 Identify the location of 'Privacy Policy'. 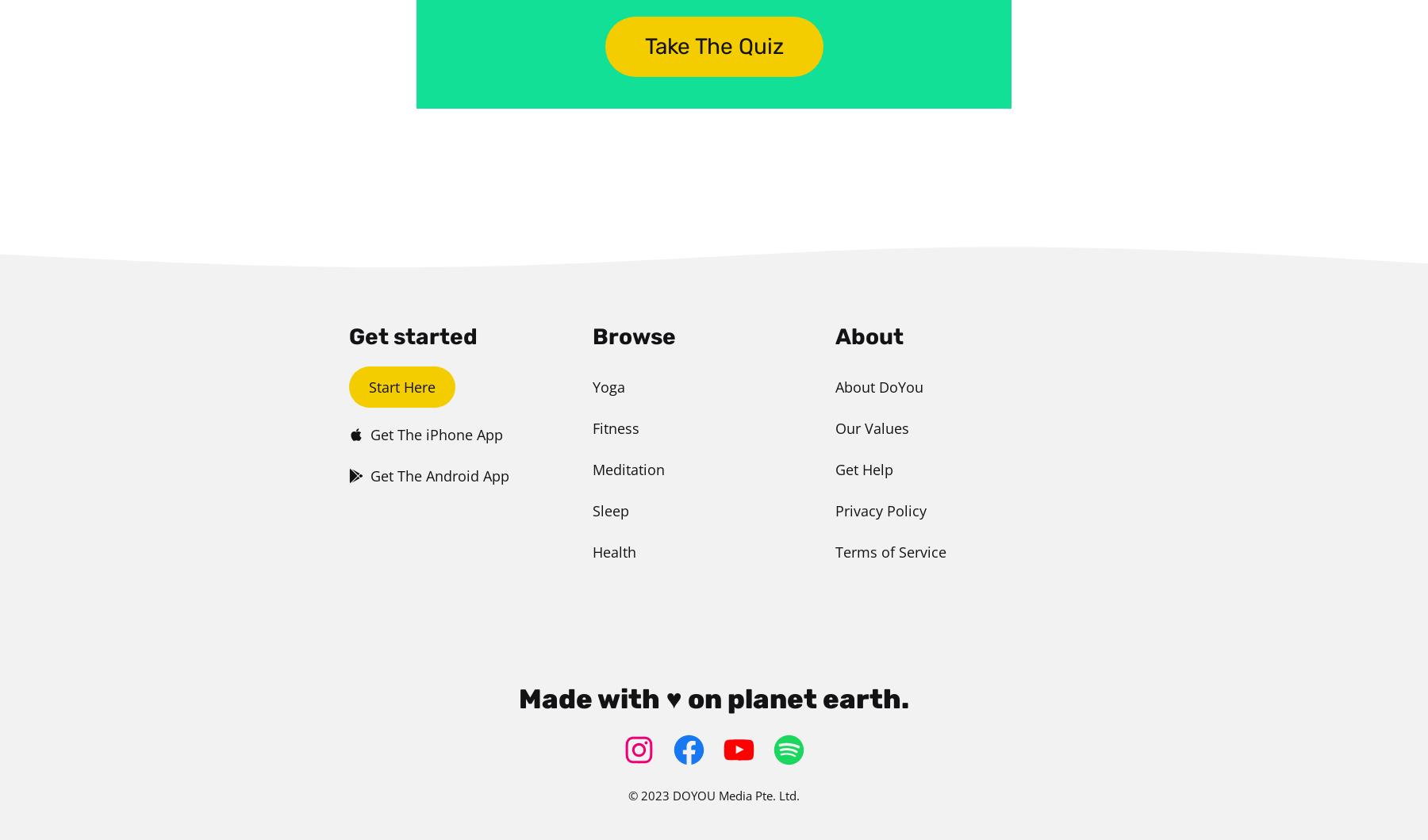
(881, 510).